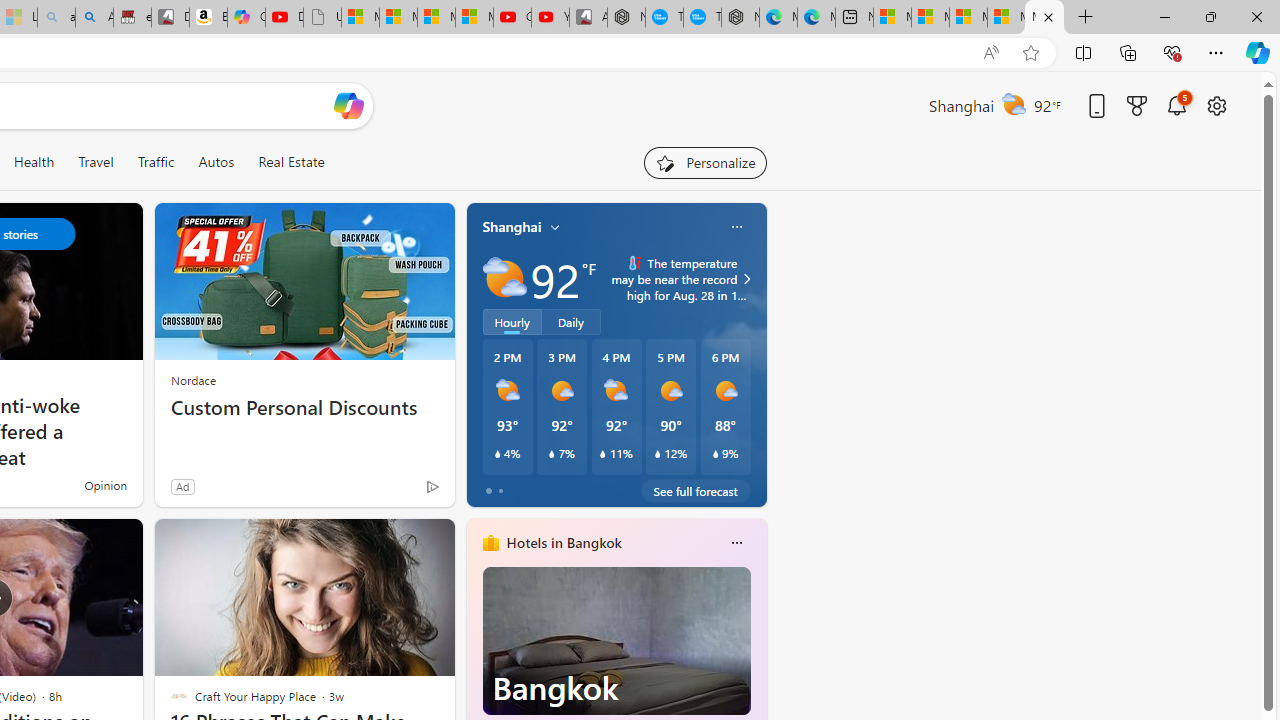 The width and height of the screenshot is (1280, 720). What do you see at coordinates (1171, 51) in the screenshot?
I see `'Browser essentials'` at bounding box center [1171, 51].